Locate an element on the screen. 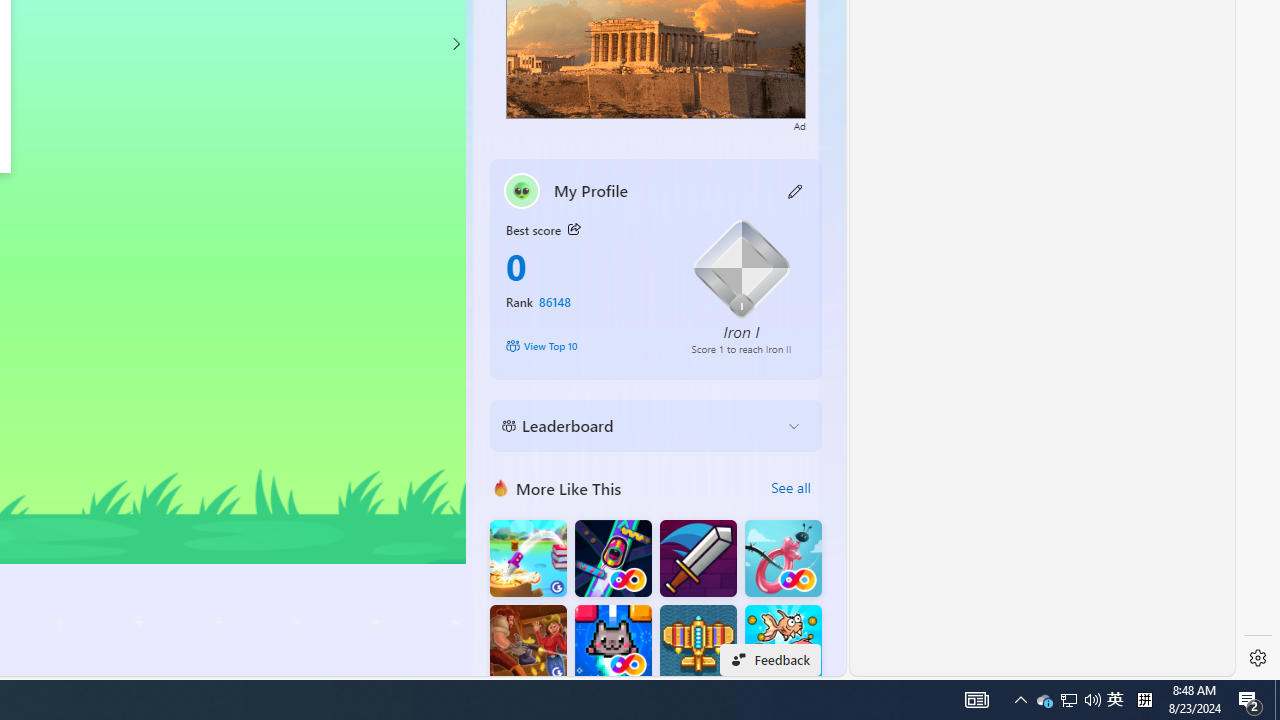 Image resolution: width=1280 pixels, height=720 pixels. 'Kitten Force FRVR' is located at coordinates (612, 643).